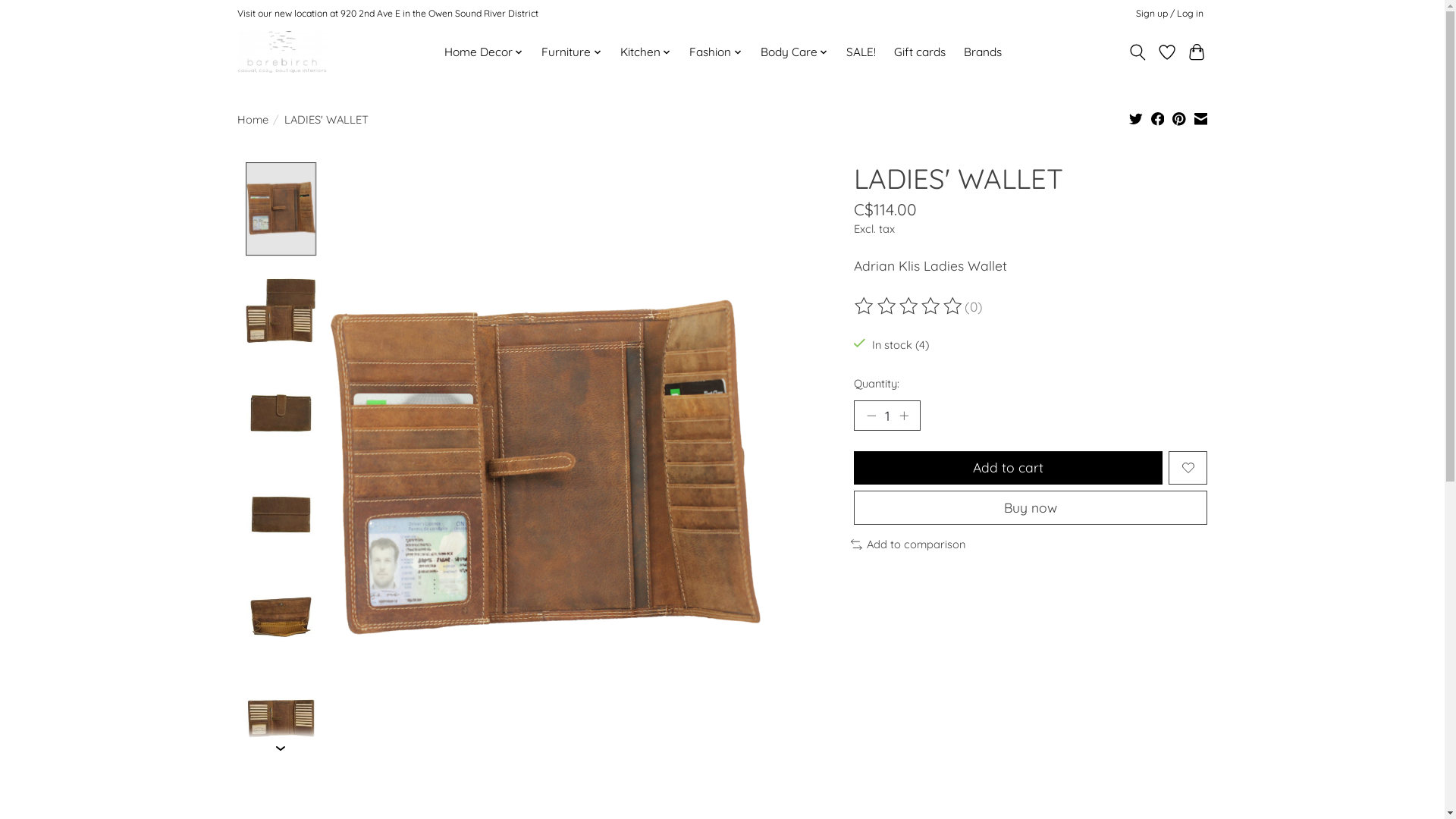 This screenshot has width=1456, height=819. Describe the element at coordinates (570, 51) in the screenshot. I see `'Furniture'` at that location.